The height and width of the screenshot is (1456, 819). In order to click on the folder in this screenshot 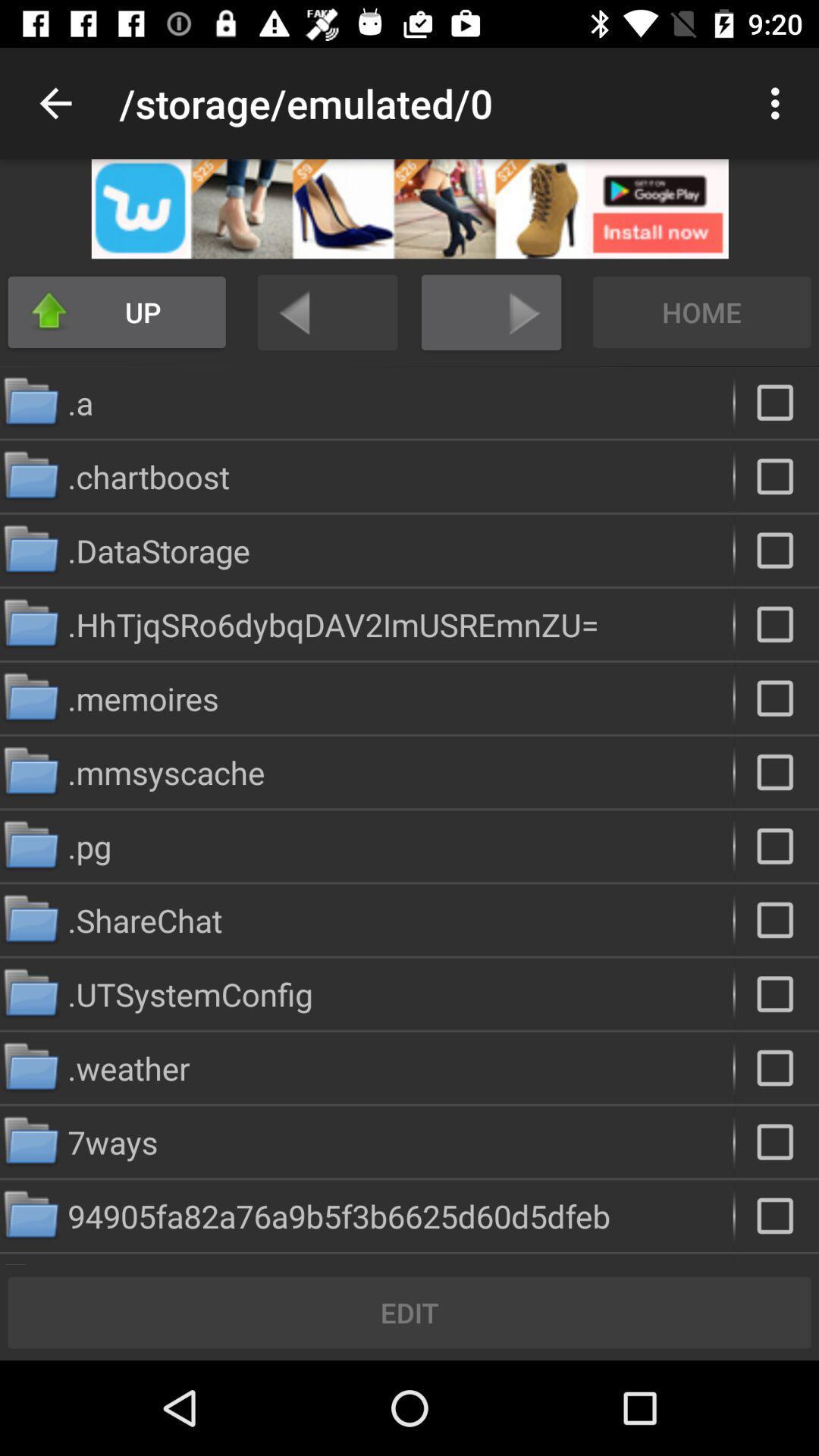, I will do `click(777, 1067)`.